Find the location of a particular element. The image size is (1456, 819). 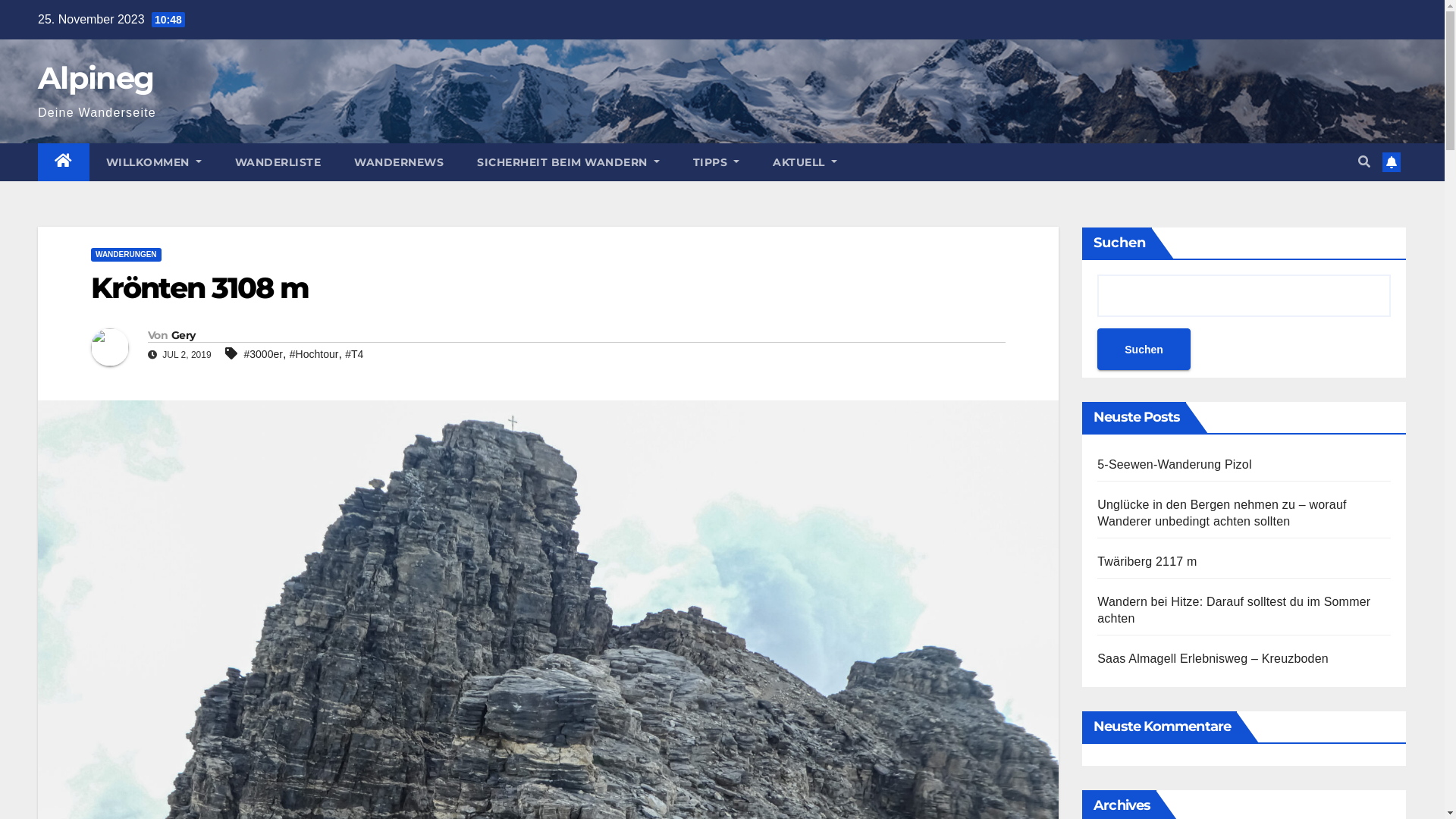

'WANDERNEWS' is located at coordinates (399, 162).